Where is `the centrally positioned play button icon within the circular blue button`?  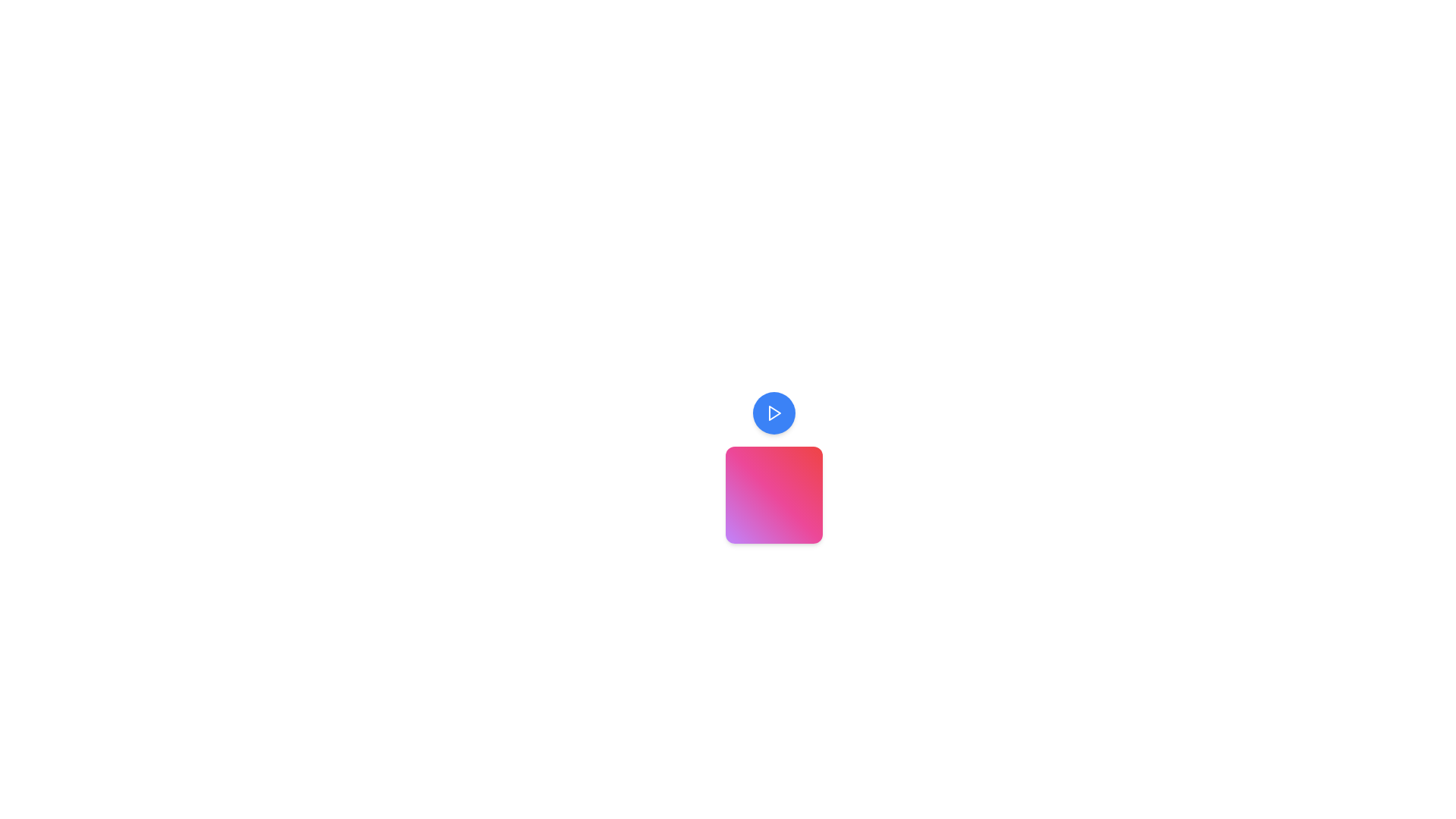
the centrally positioned play button icon within the circular blue button is located at coordinates (774, 413).